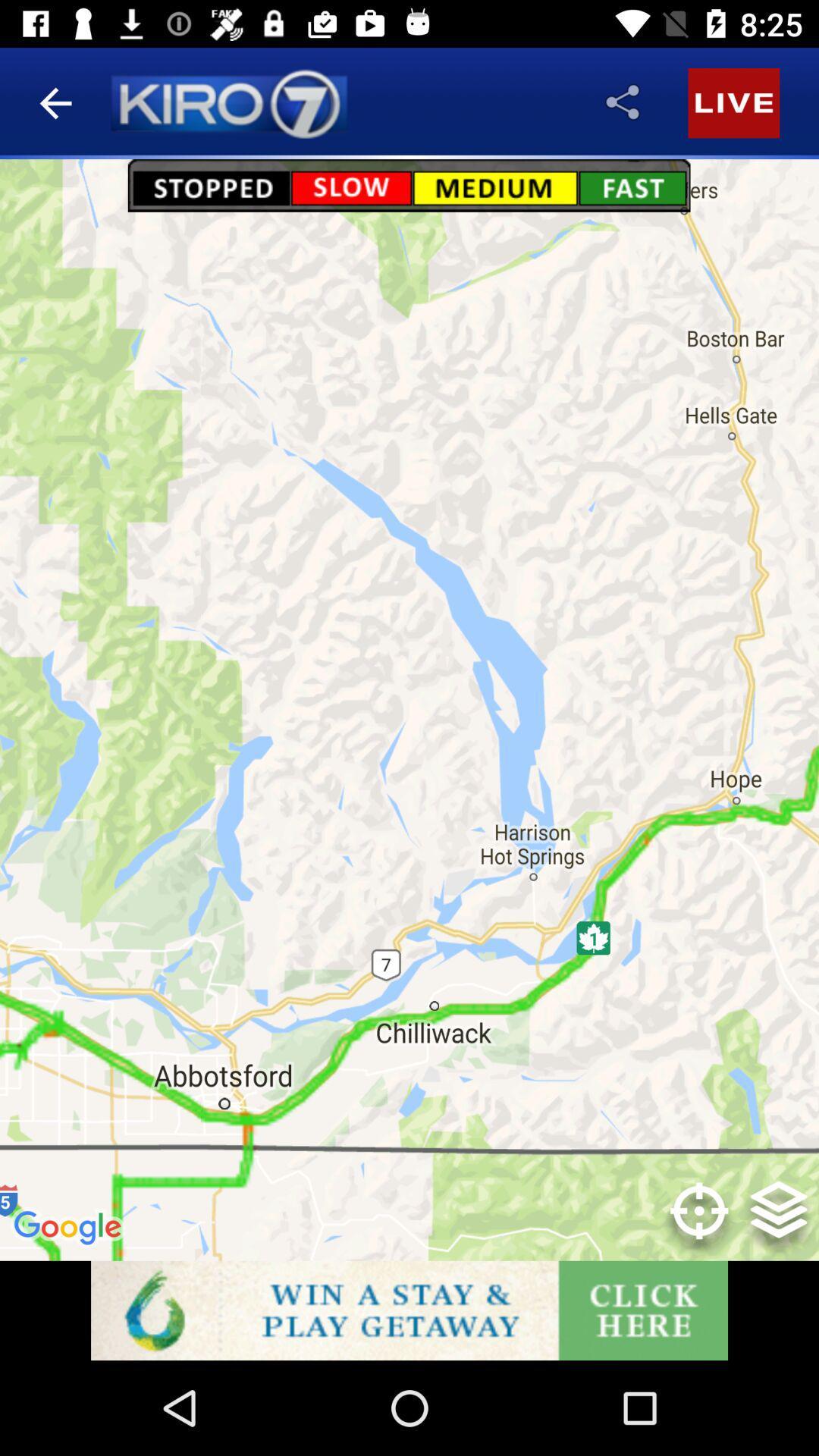 This screenshot has height=1456, width=819. I want to click on the location_crosshair icon, so click(699, 1221).